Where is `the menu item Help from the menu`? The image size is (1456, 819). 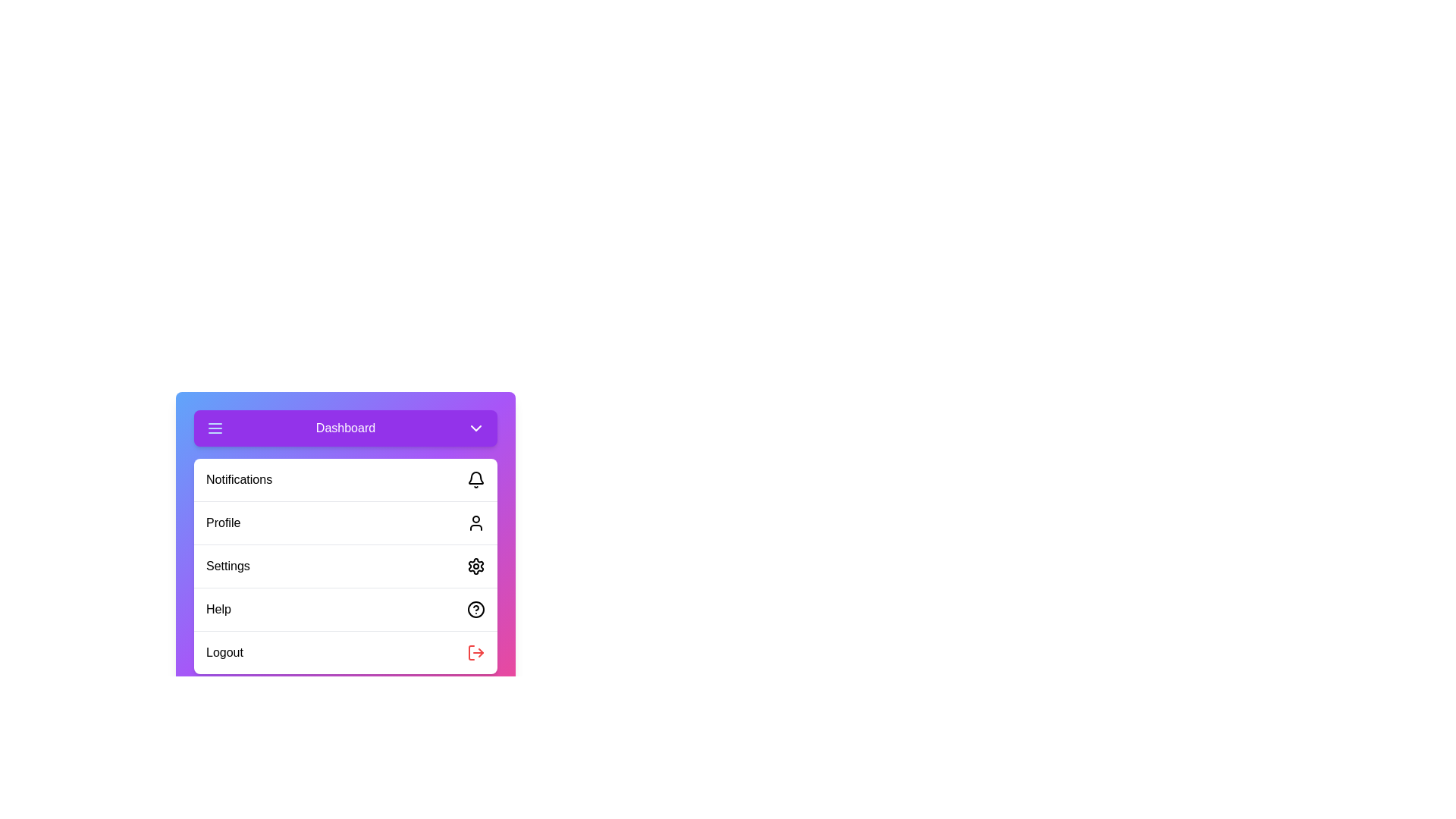
the menu item Help from the menu is located at coordinates (345, 608).